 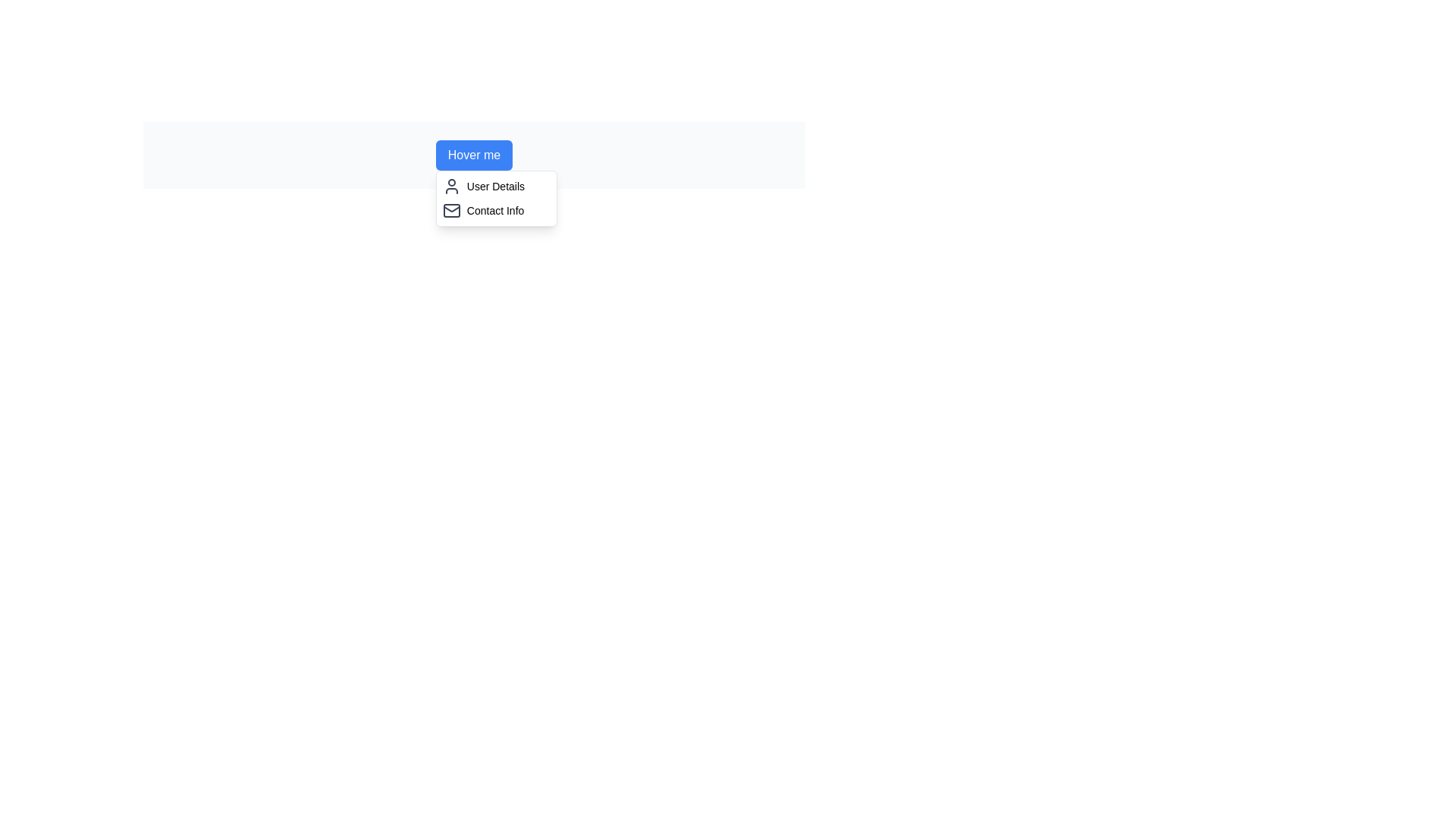 What do you see at coordinates (496, 210) in the screenshot?
I see `the text label with a mail icon in the dropdown menu that appears below the 'Hover me' button` at bounding box center [496, 210].